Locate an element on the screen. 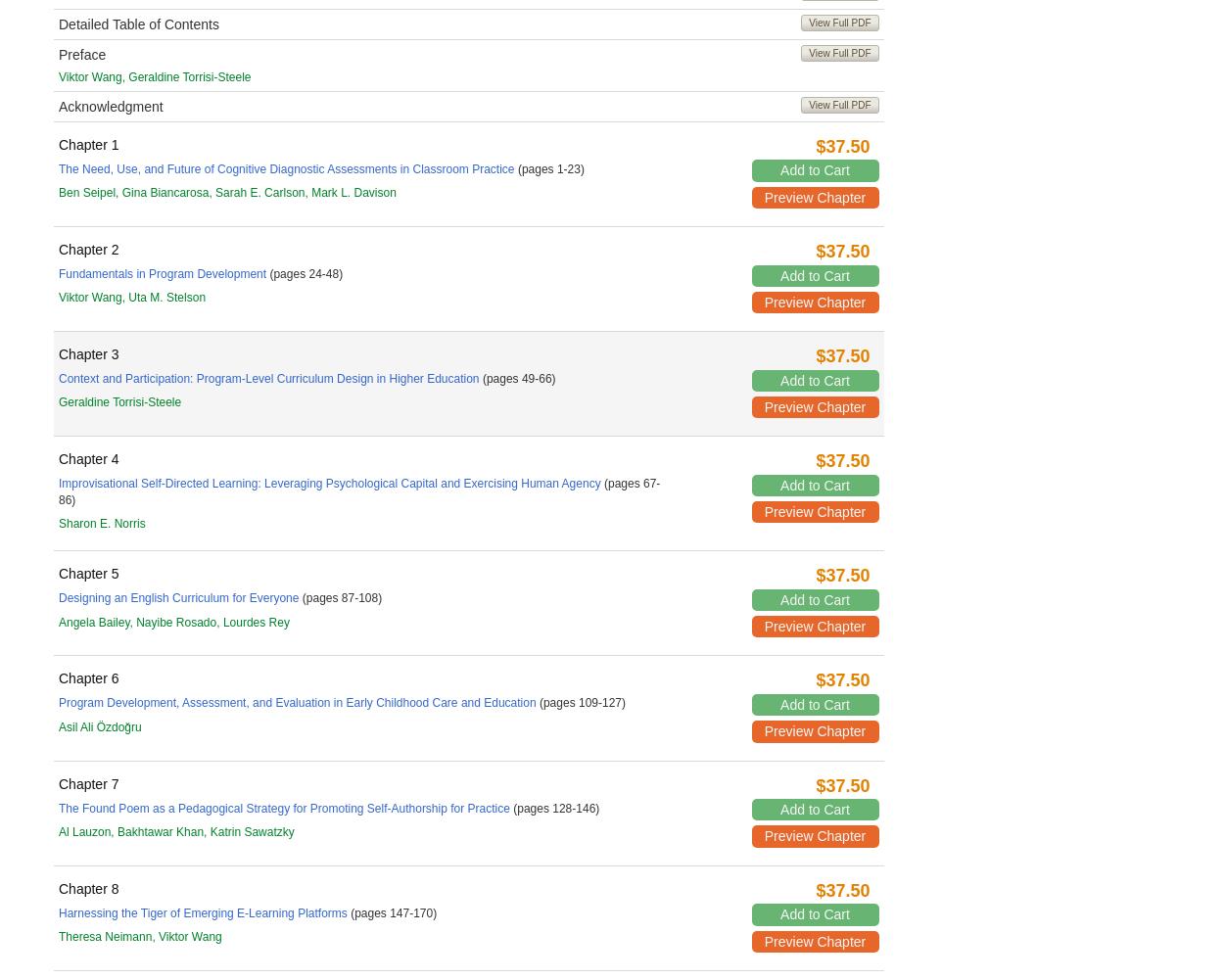 This screenshot has width=1224, height=980. '(pages 147-170)' is located at coordinates (392, 911).